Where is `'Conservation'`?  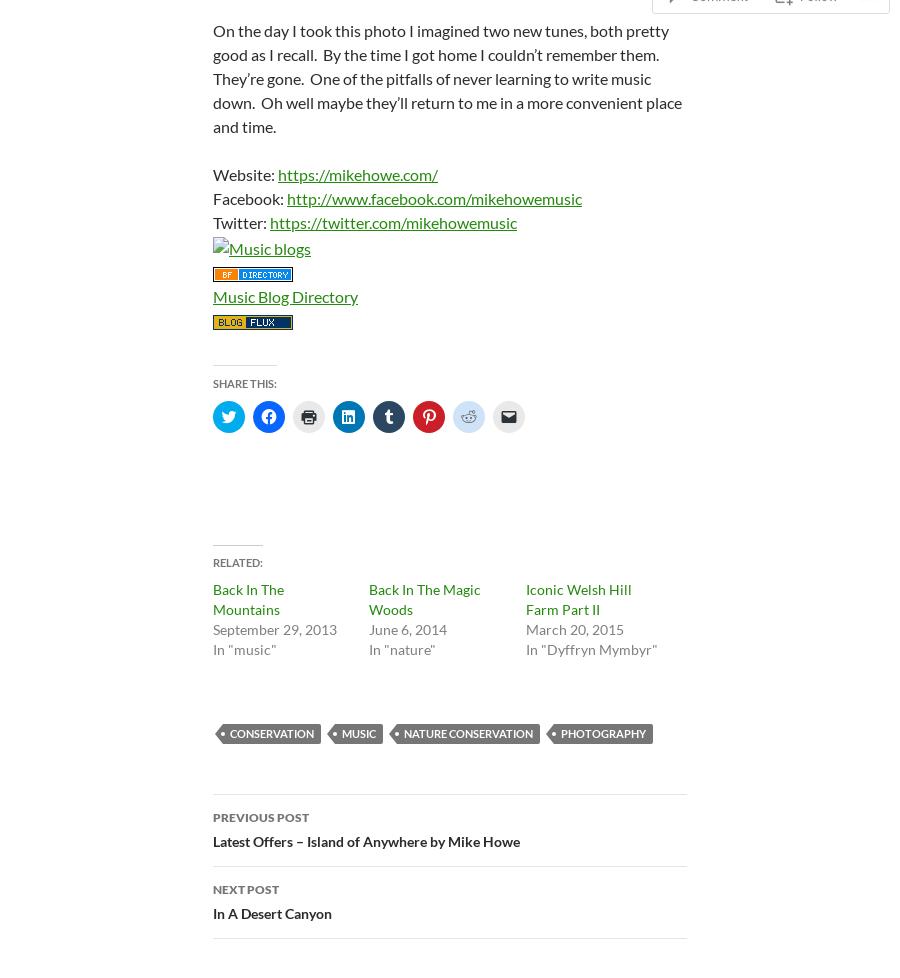
'Conservation' is located at coordinates (270, 732).